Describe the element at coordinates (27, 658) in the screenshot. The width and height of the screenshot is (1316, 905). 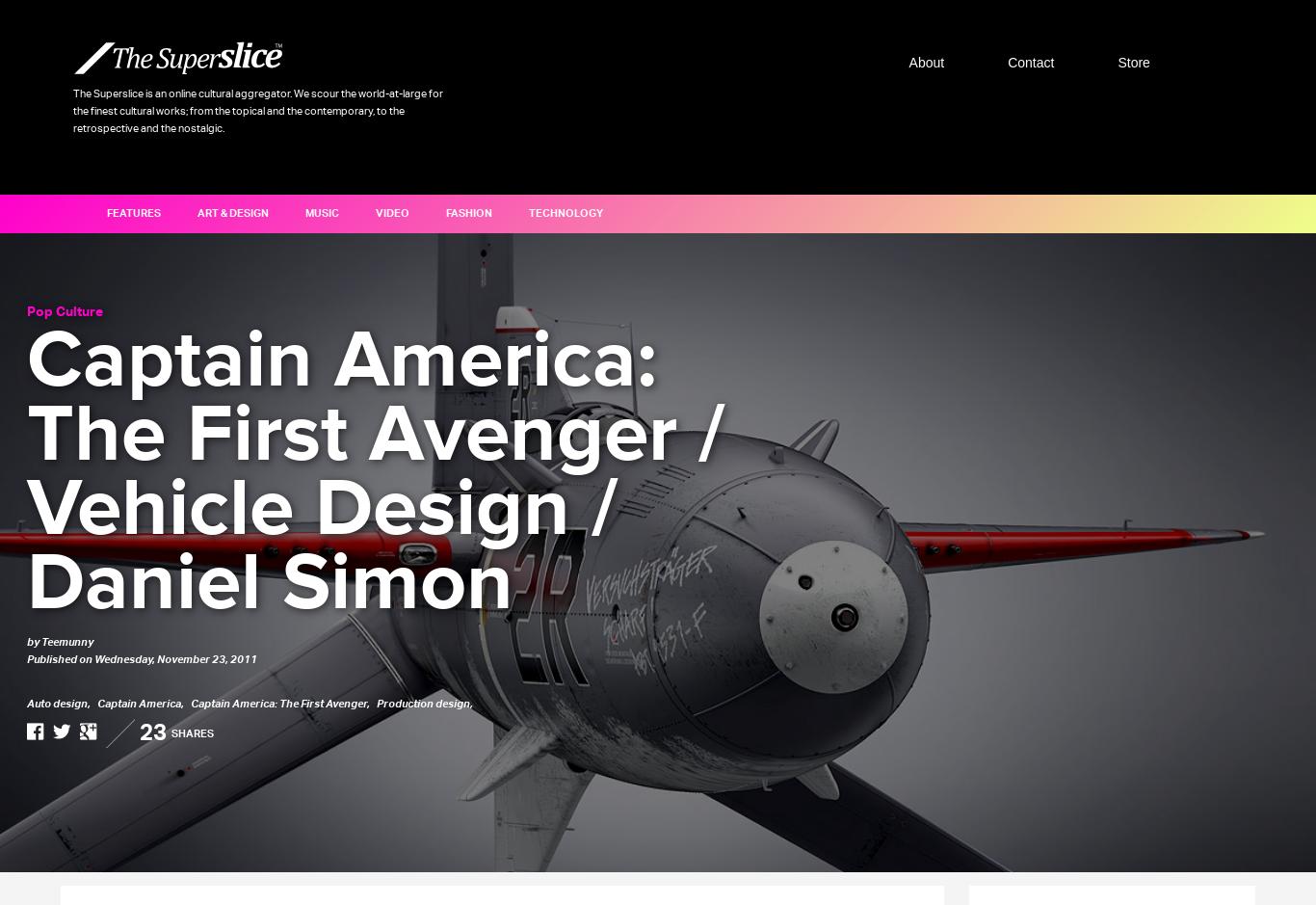
I see `'Published on Wednesday, November 23, 2011'` at that location.